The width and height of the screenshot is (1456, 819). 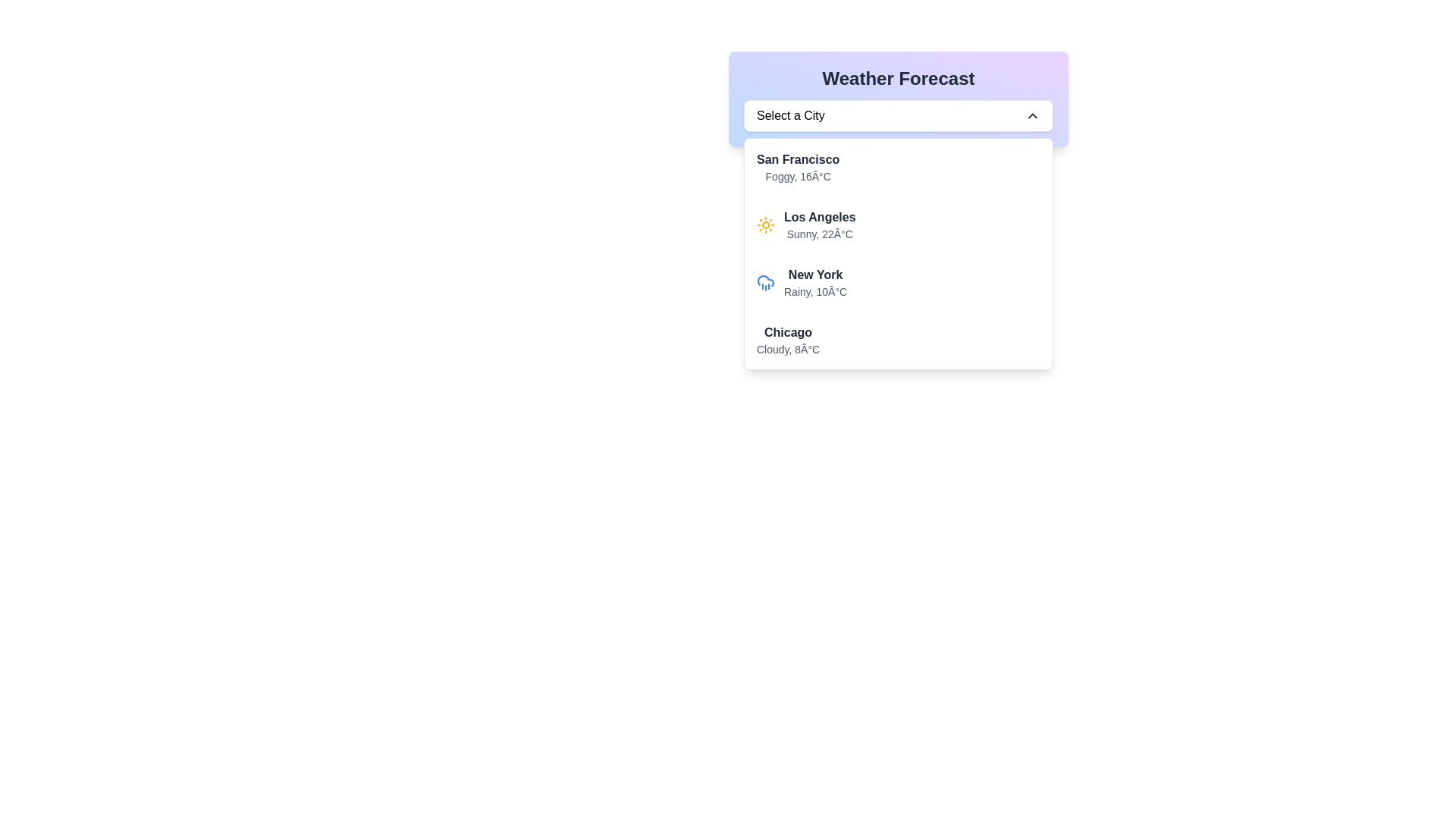 What do you see at coordinates (788, 339) in the screenshot?
I see `the static informational label displaying weather details for Chicago, which shows 'Cloudy' and '8°C', located under the 'Select a City' dropdown list` at bounding box center [788, 339].